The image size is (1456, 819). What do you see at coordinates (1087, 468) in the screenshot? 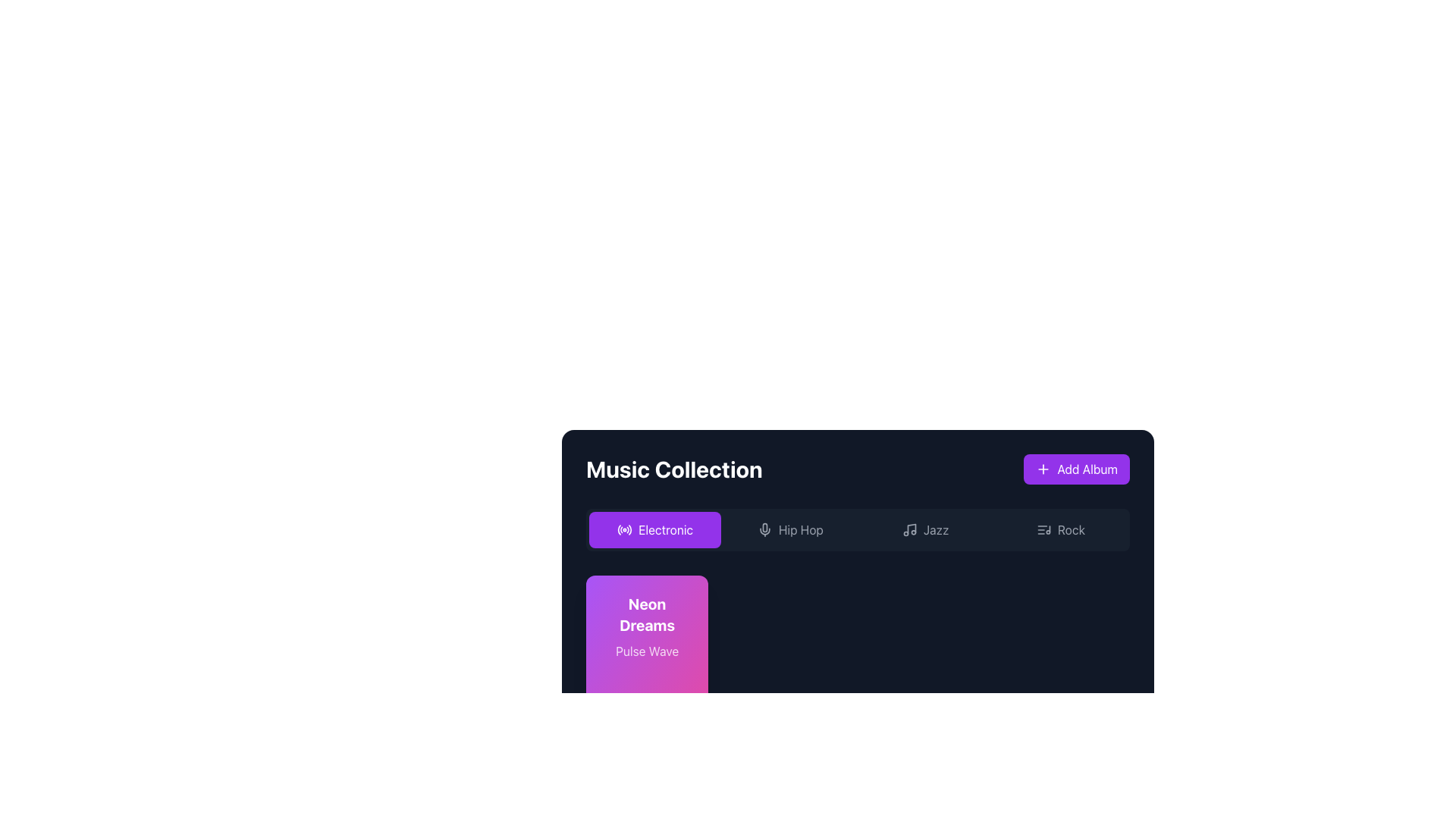
I see `the 'Add Album' button, which is a purple rounded rectangular button located at the top-right corner of the interface` at bounding box center [1087, 468].